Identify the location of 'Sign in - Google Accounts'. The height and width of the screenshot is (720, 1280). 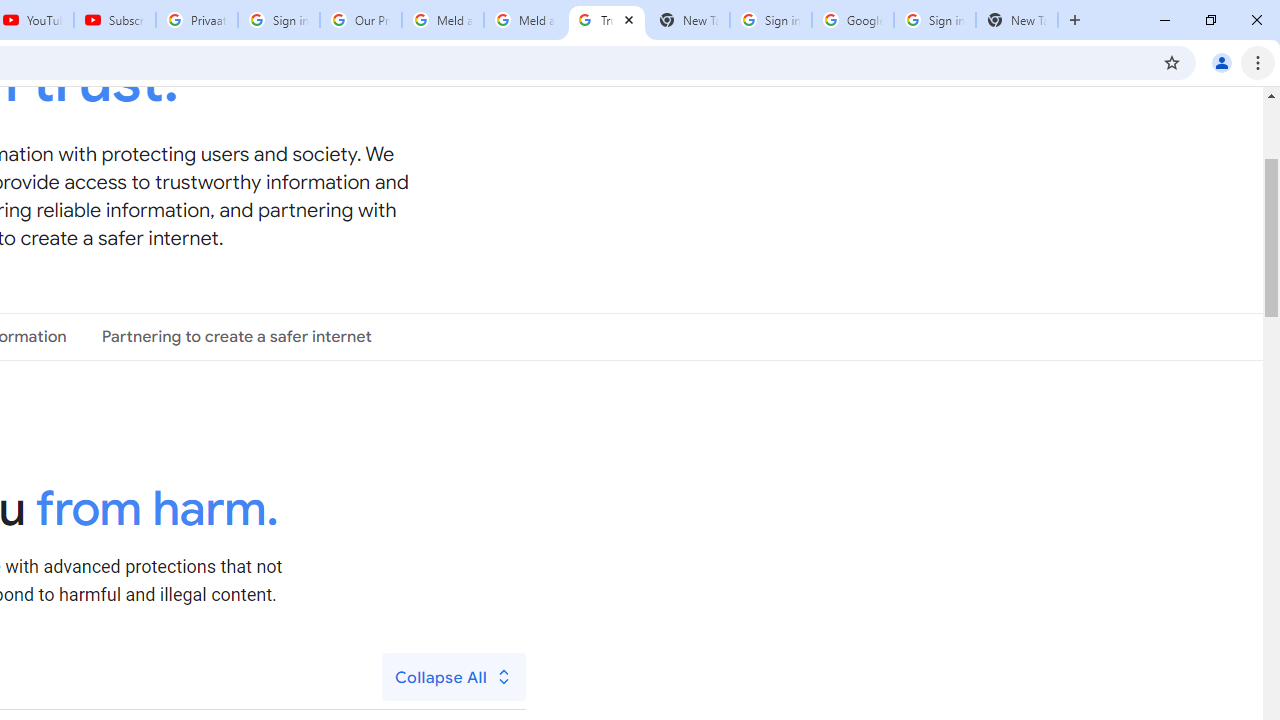
(934, 20).